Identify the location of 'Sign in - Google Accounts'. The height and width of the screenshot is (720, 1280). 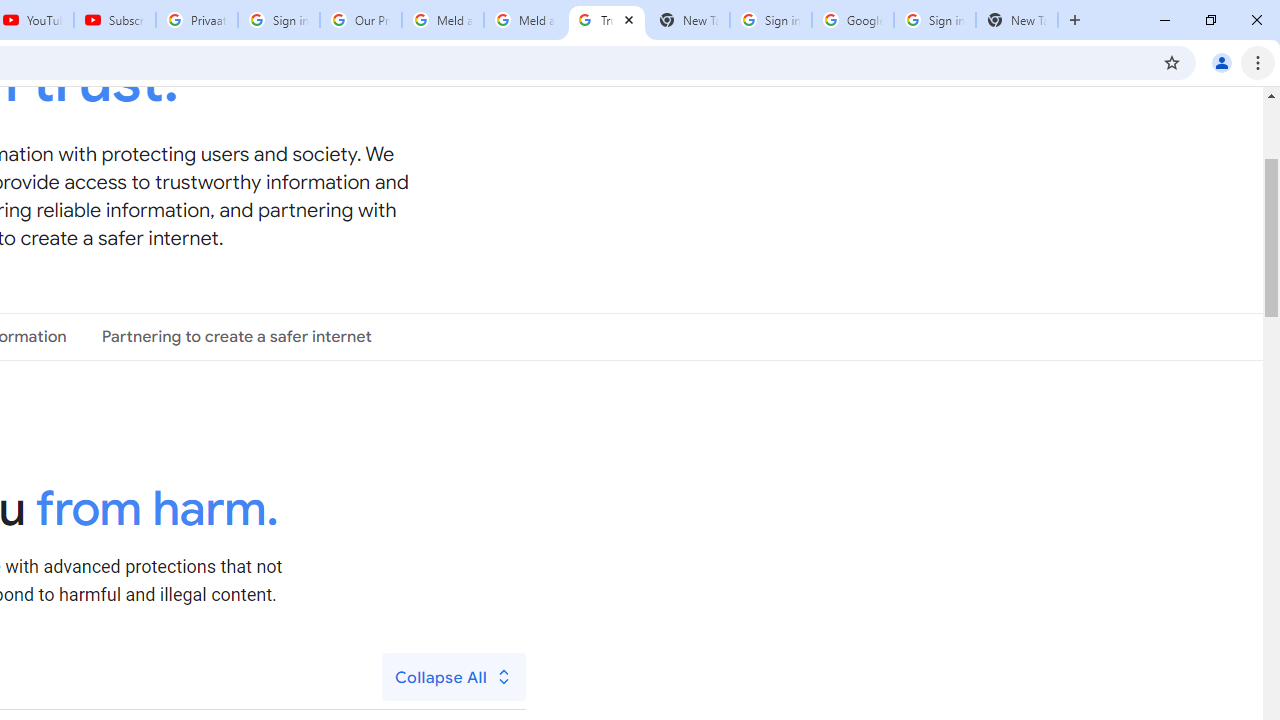
(934, 20).